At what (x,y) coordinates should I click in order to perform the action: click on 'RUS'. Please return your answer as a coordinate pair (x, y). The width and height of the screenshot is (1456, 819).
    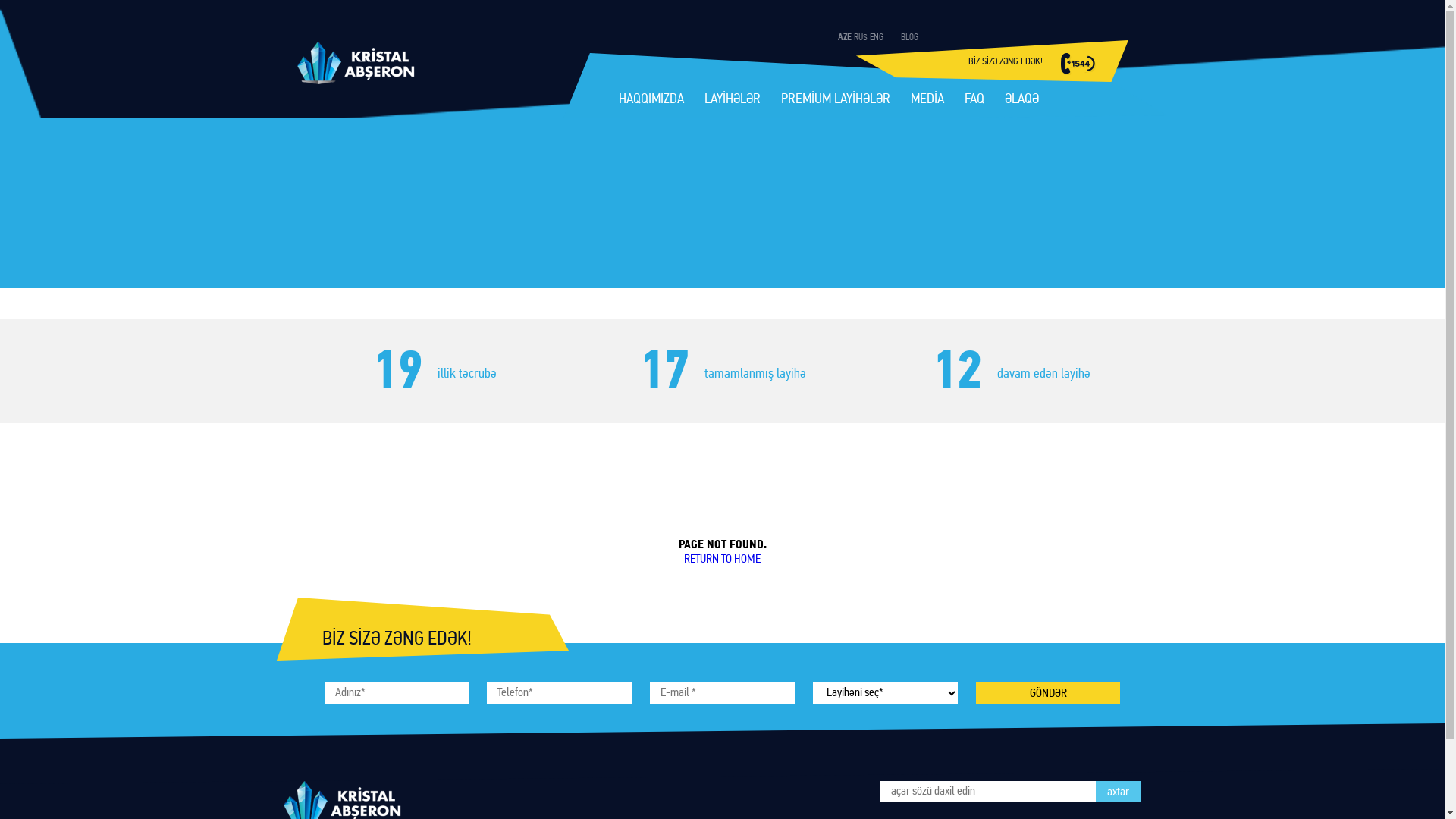
    Looking at the image, I should click on (860, 37).